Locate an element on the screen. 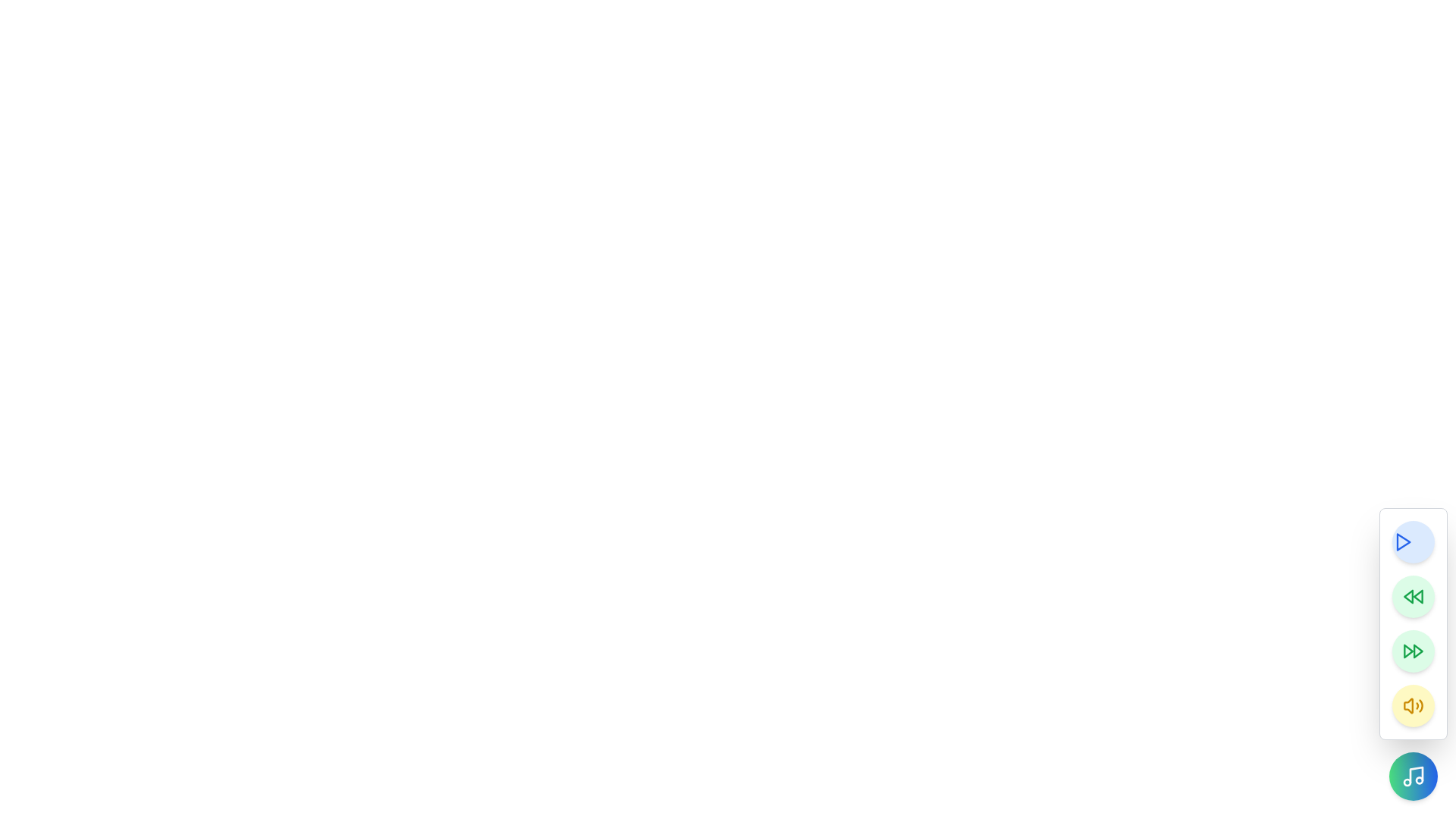 This screenshot has height=819, width=1456. the circular yellow button with a speaker icon at the bottom-right corner of the interface to adjust the volume is located at coordinates (1412, 705).